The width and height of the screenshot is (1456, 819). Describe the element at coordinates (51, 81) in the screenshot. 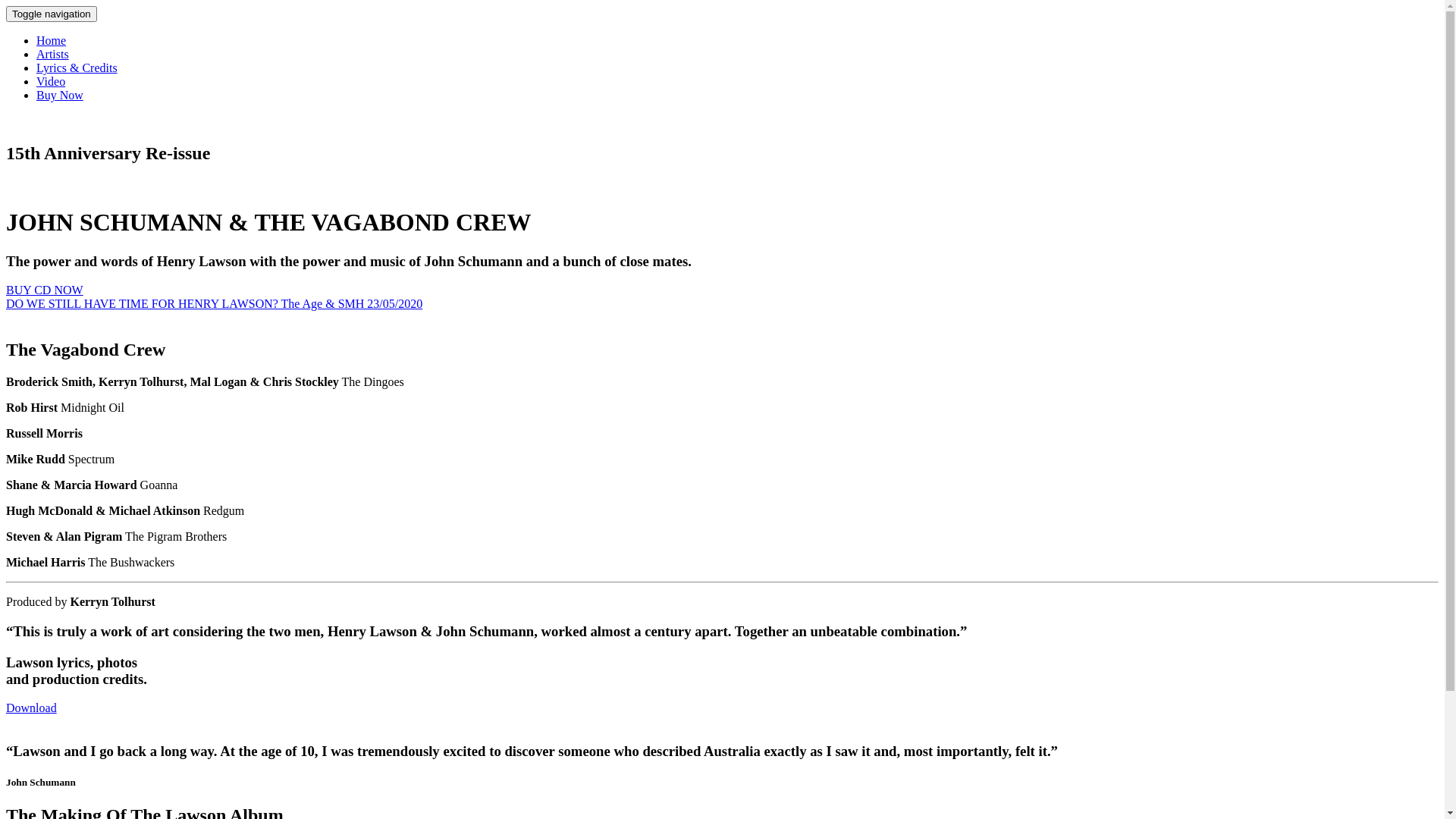

I see `'Video'` at that location.